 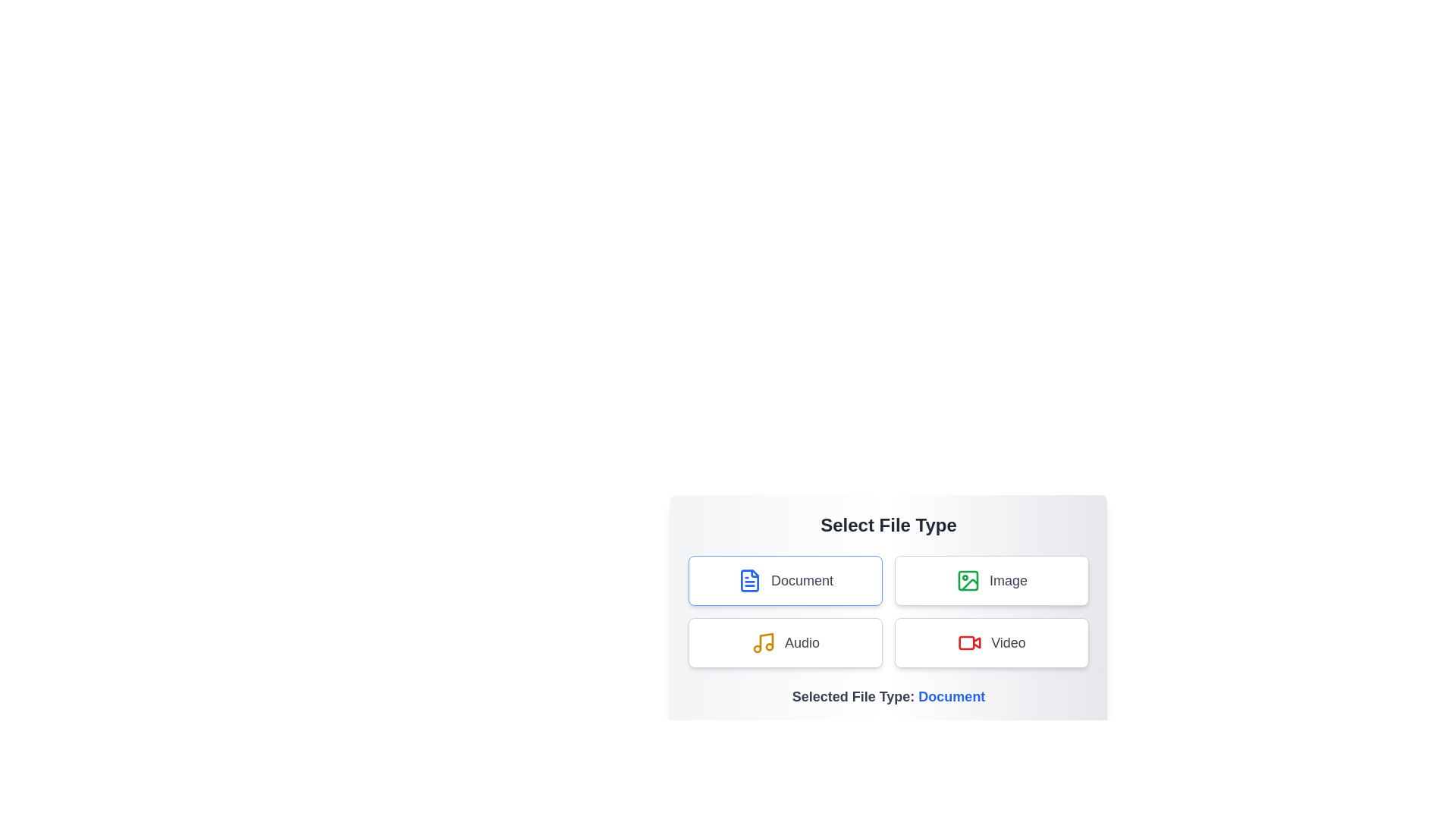 What do you see at coordinates (992, 643) in the screenshot?
I see `the 'Video' button, which is the fourth button in the grid layout of file type options` at bounding box center [992, 643].